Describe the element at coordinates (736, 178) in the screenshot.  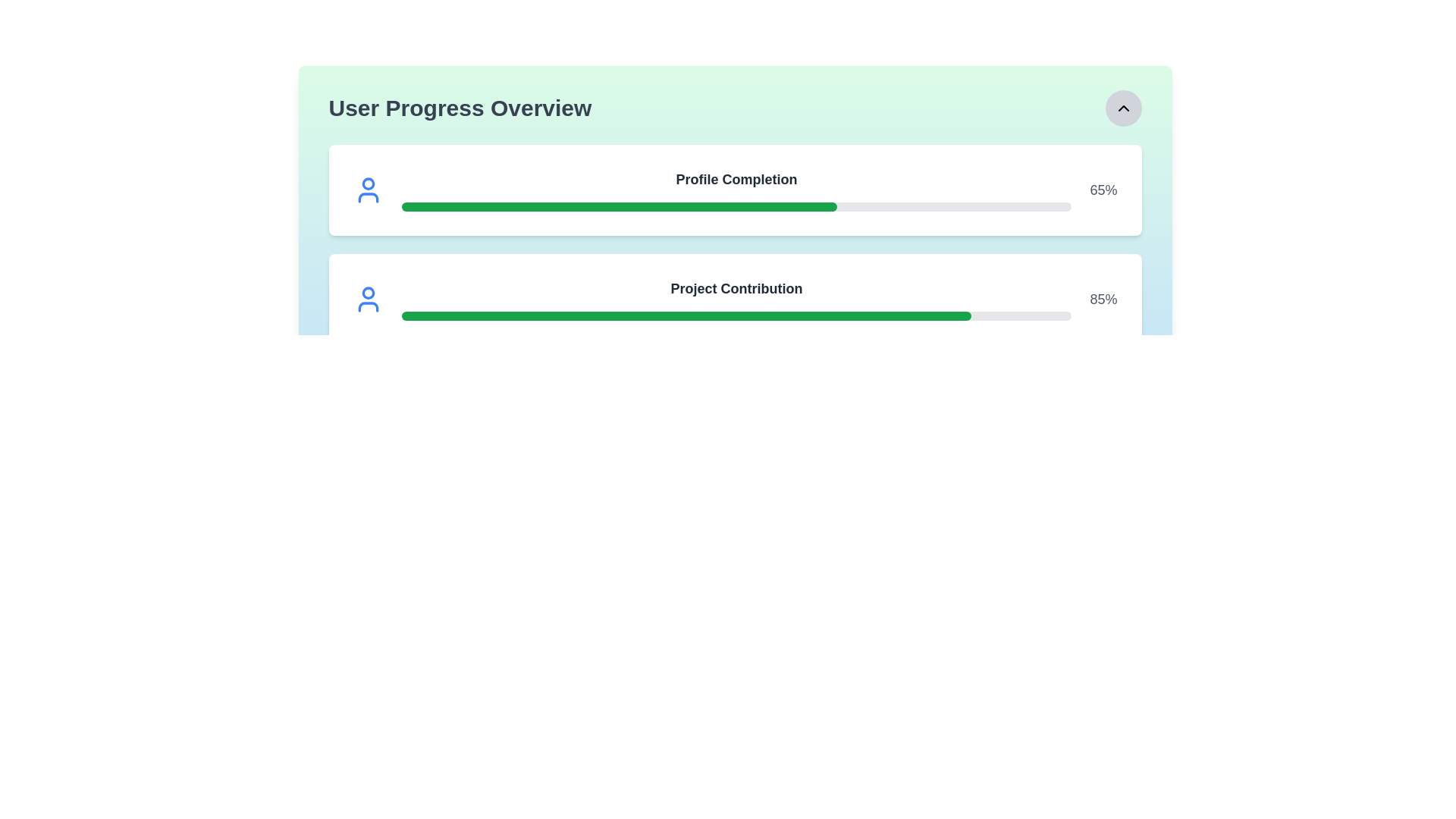
I see `the static text label displaying 'Profile Completion', which is prominently styled with a larger font size and bold dark gray color, located above the green progress bar` at that location.